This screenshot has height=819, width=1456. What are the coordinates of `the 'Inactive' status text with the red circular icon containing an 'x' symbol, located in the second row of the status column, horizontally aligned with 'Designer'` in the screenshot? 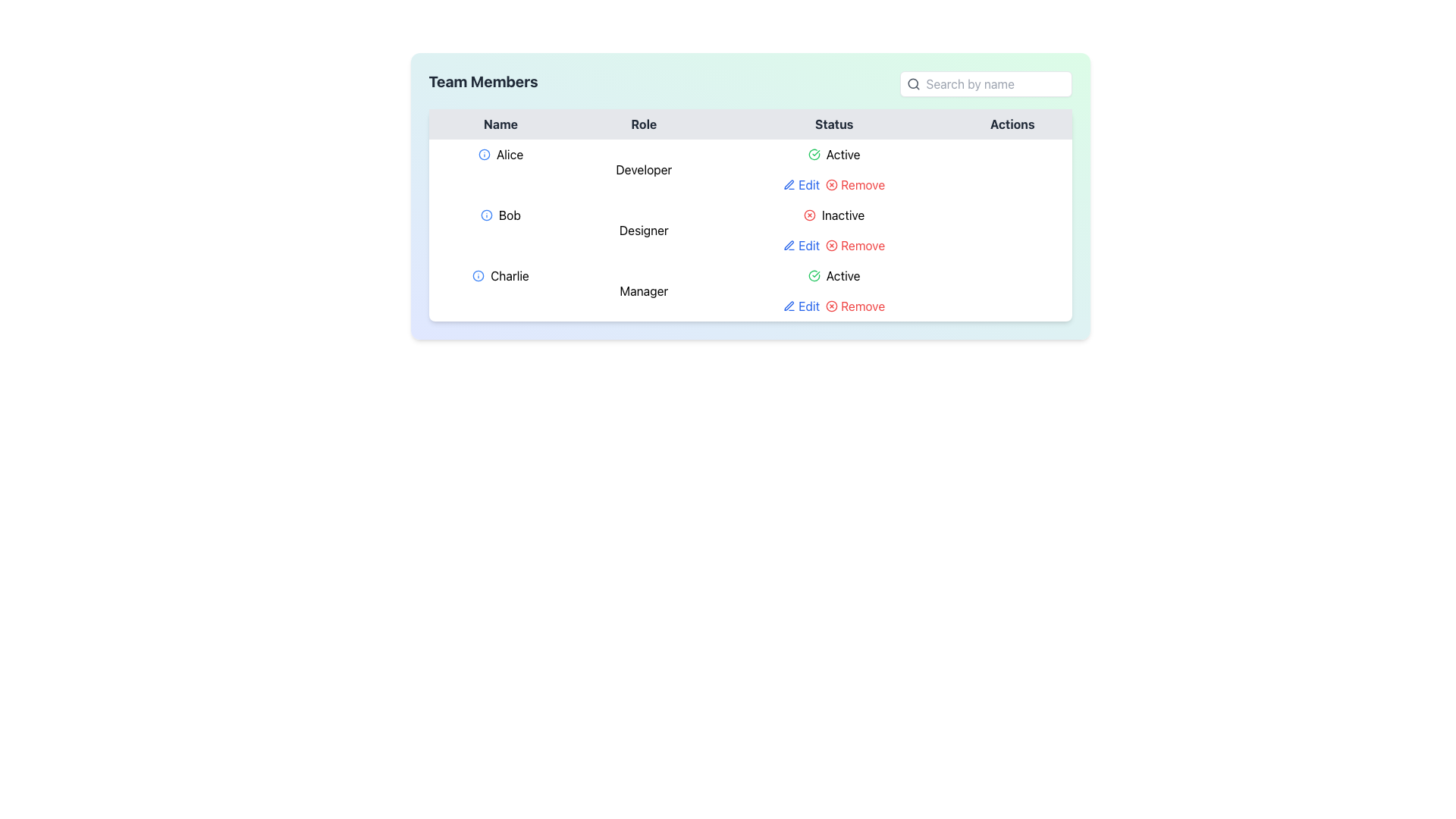 It's located at (833, 215).